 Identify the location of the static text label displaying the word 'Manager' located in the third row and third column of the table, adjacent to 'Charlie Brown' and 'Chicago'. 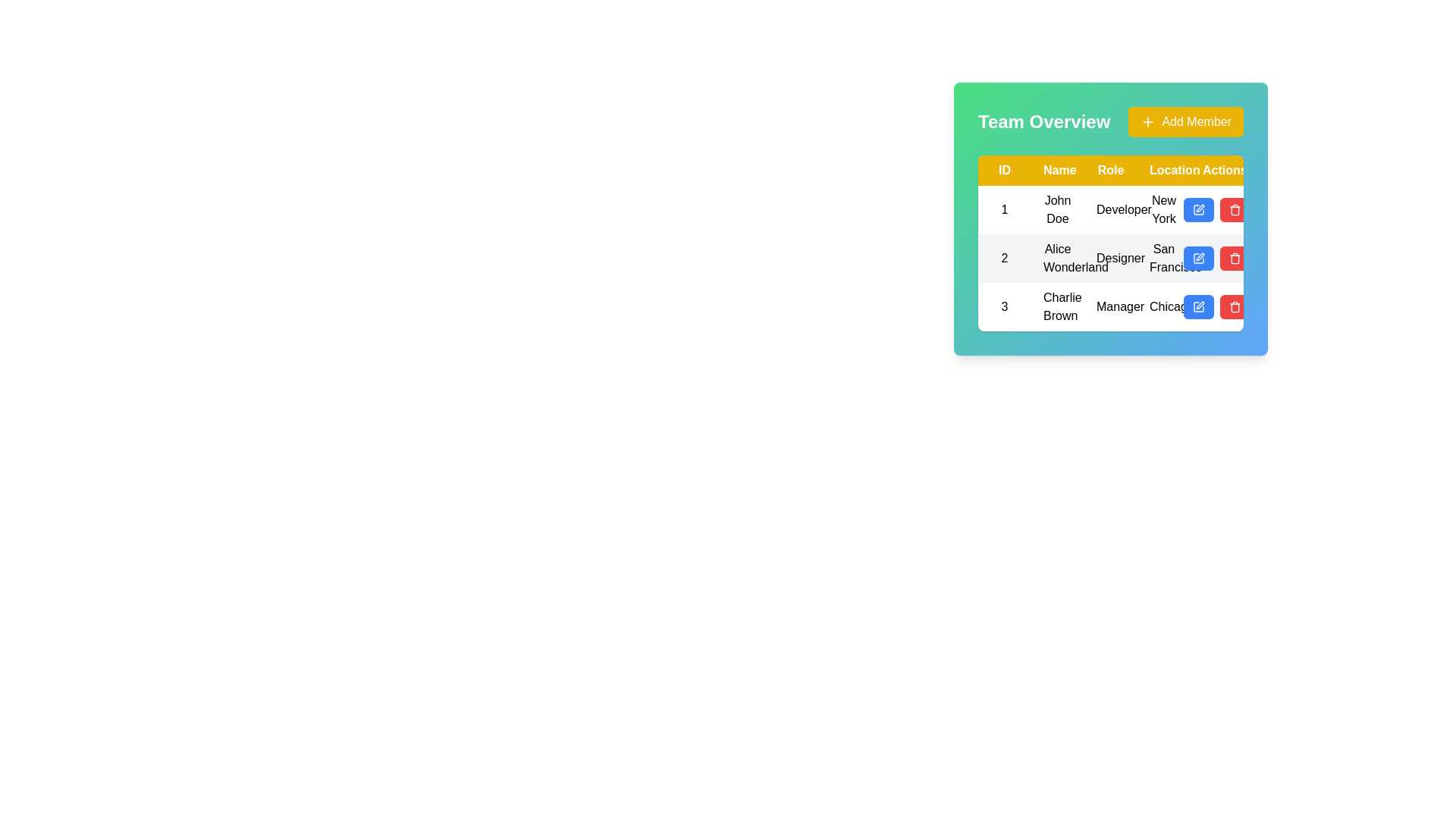
(1110, 307).